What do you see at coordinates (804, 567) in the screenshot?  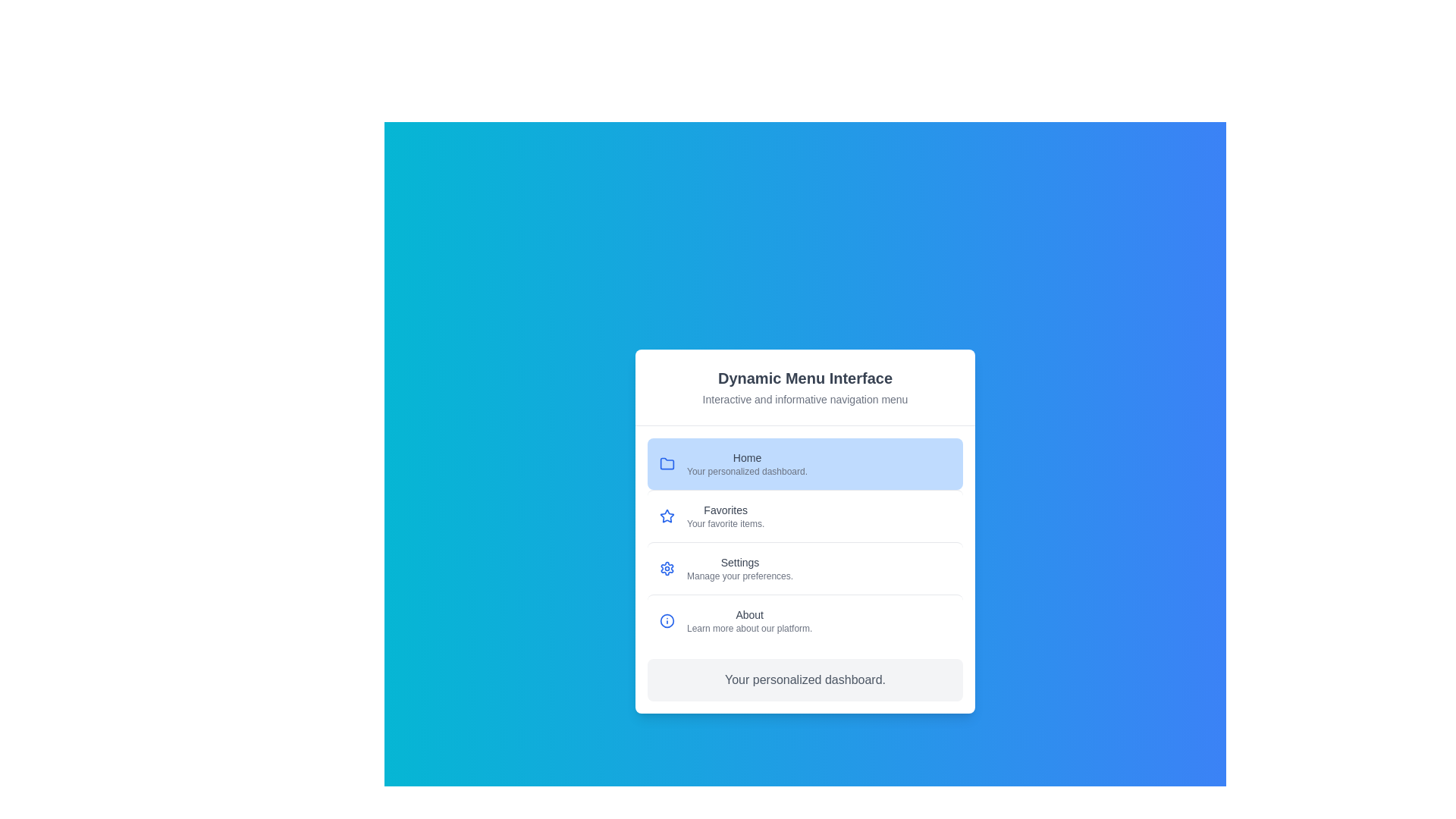 I see `the menu item labeled Settings` at bounding box center [804, 567].